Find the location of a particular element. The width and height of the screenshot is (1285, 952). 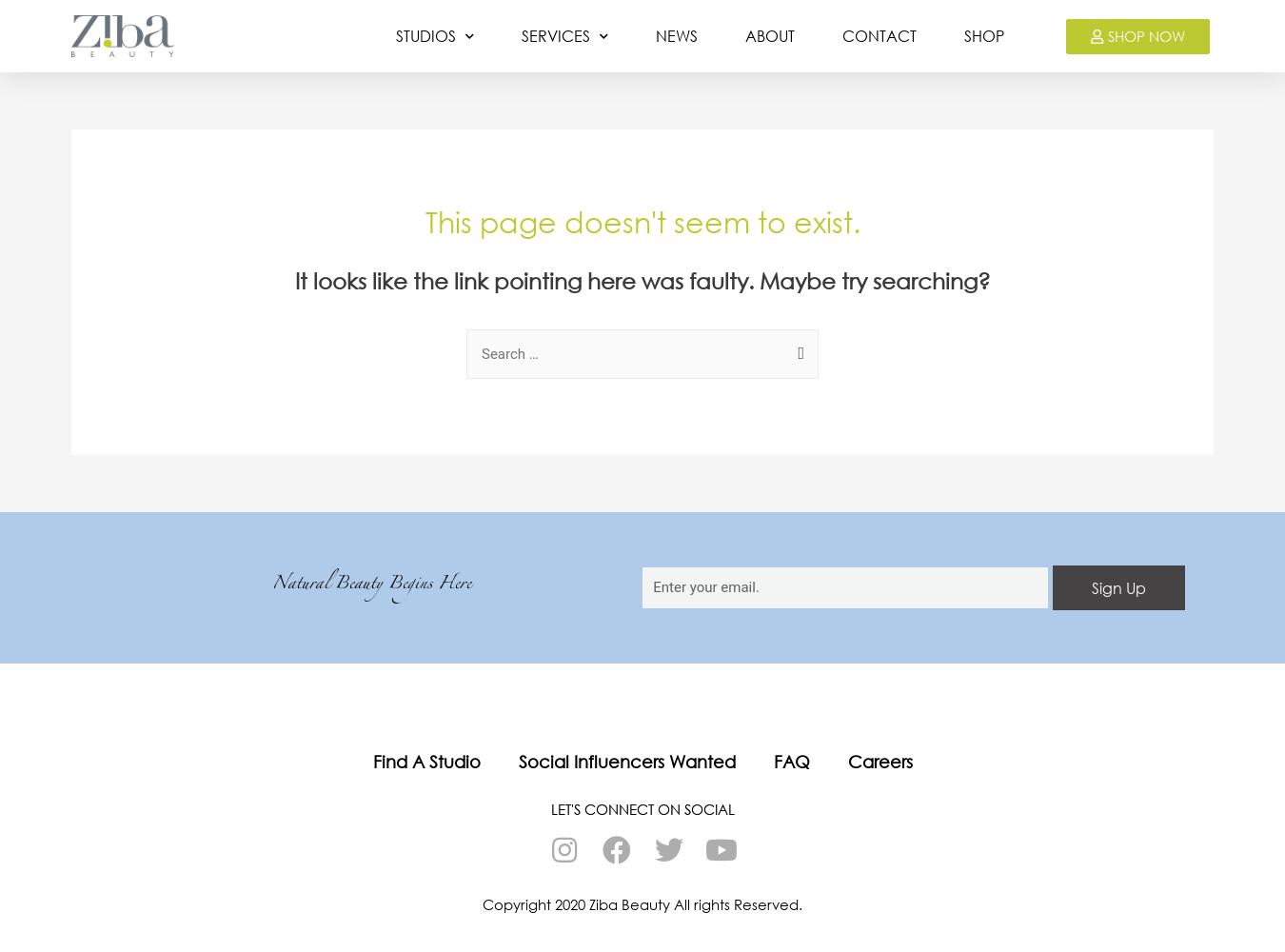

'Natural Beauty Begins Here' is located at coordinates (370, 585).